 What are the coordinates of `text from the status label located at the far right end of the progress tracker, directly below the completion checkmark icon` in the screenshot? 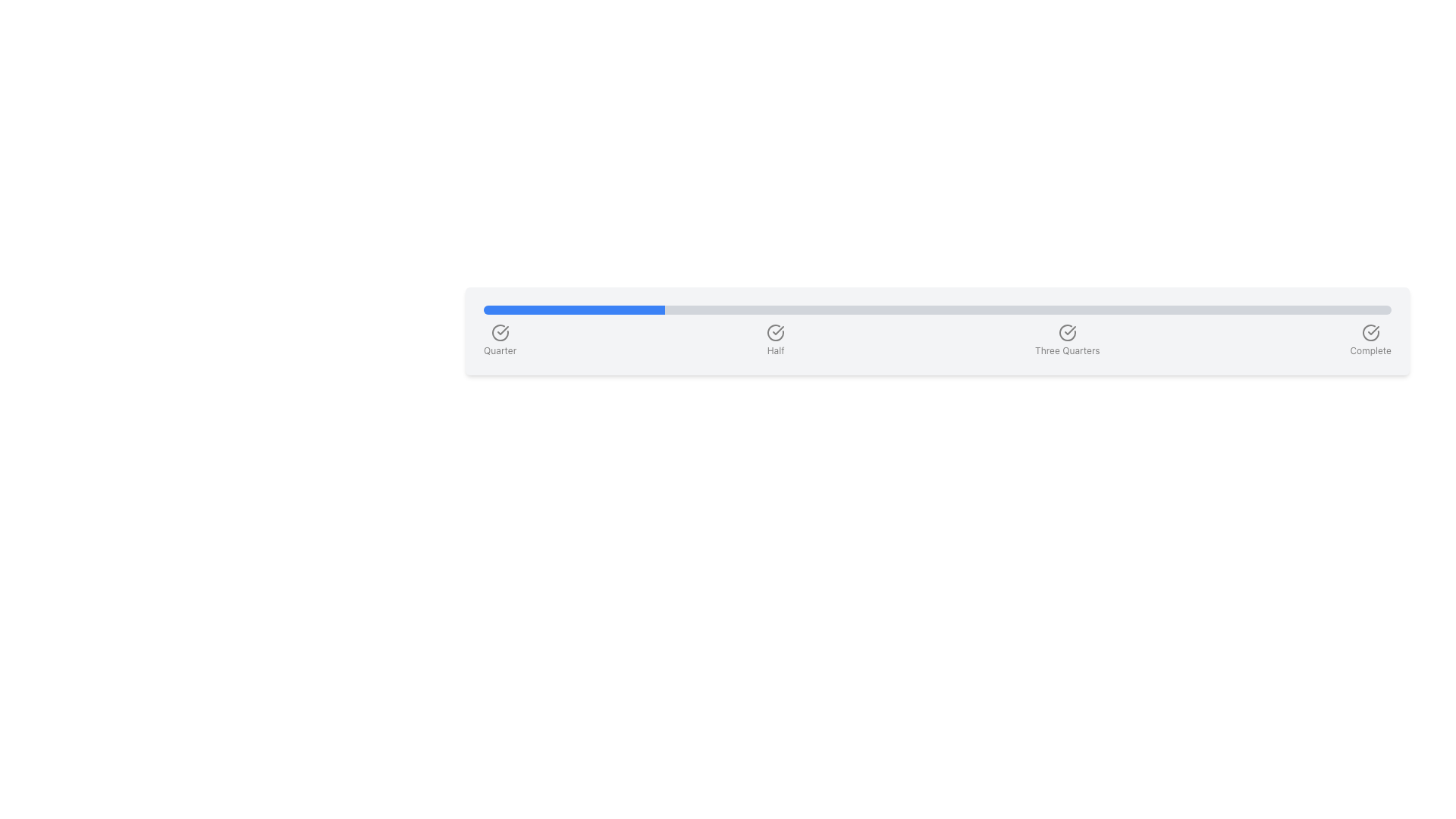 It's located at (1370, 350).